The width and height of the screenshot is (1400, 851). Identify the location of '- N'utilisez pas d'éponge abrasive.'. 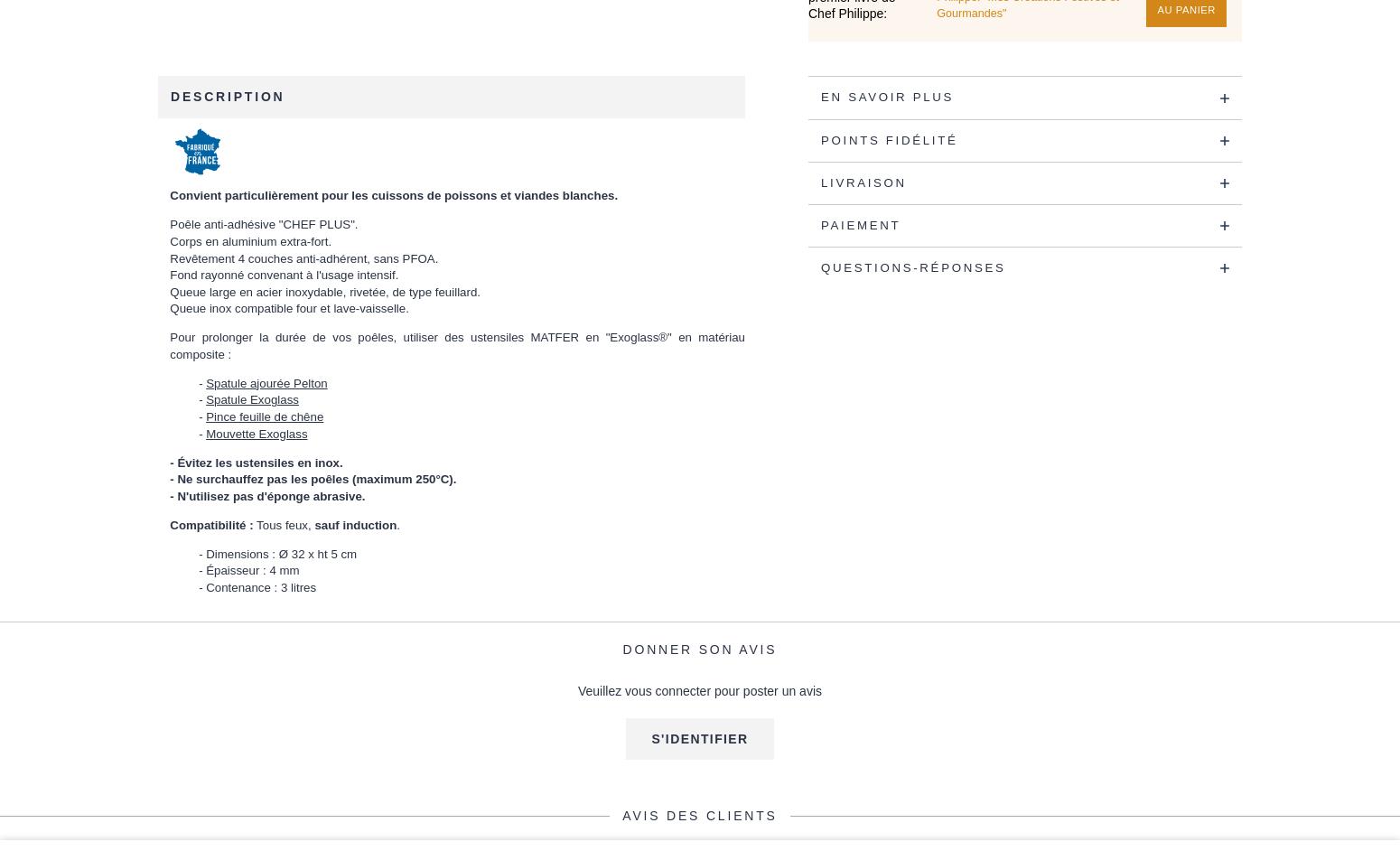
(267, 494).